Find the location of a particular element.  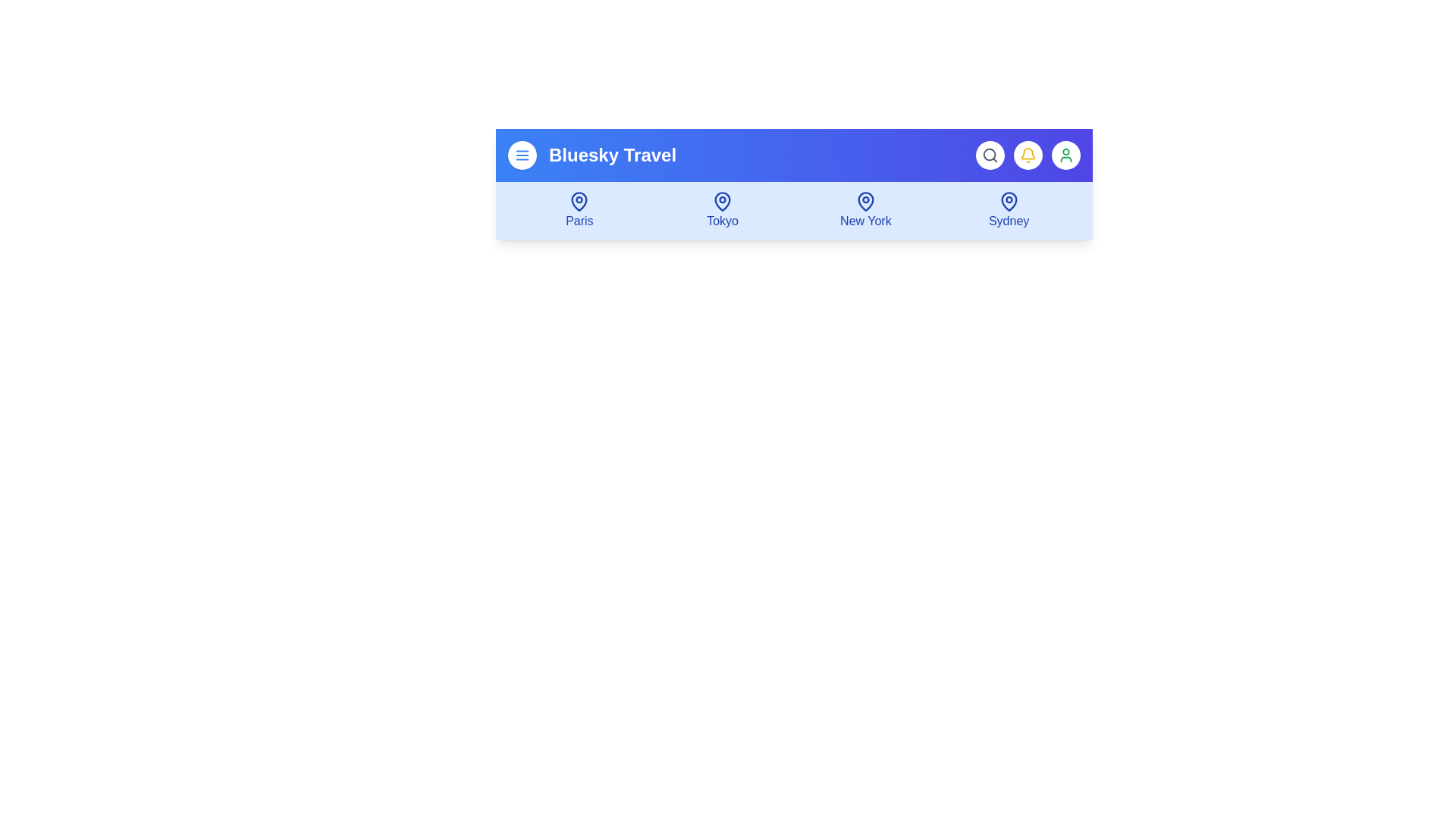

the destination icon for Sydney is located at coordinates (1009, 210).